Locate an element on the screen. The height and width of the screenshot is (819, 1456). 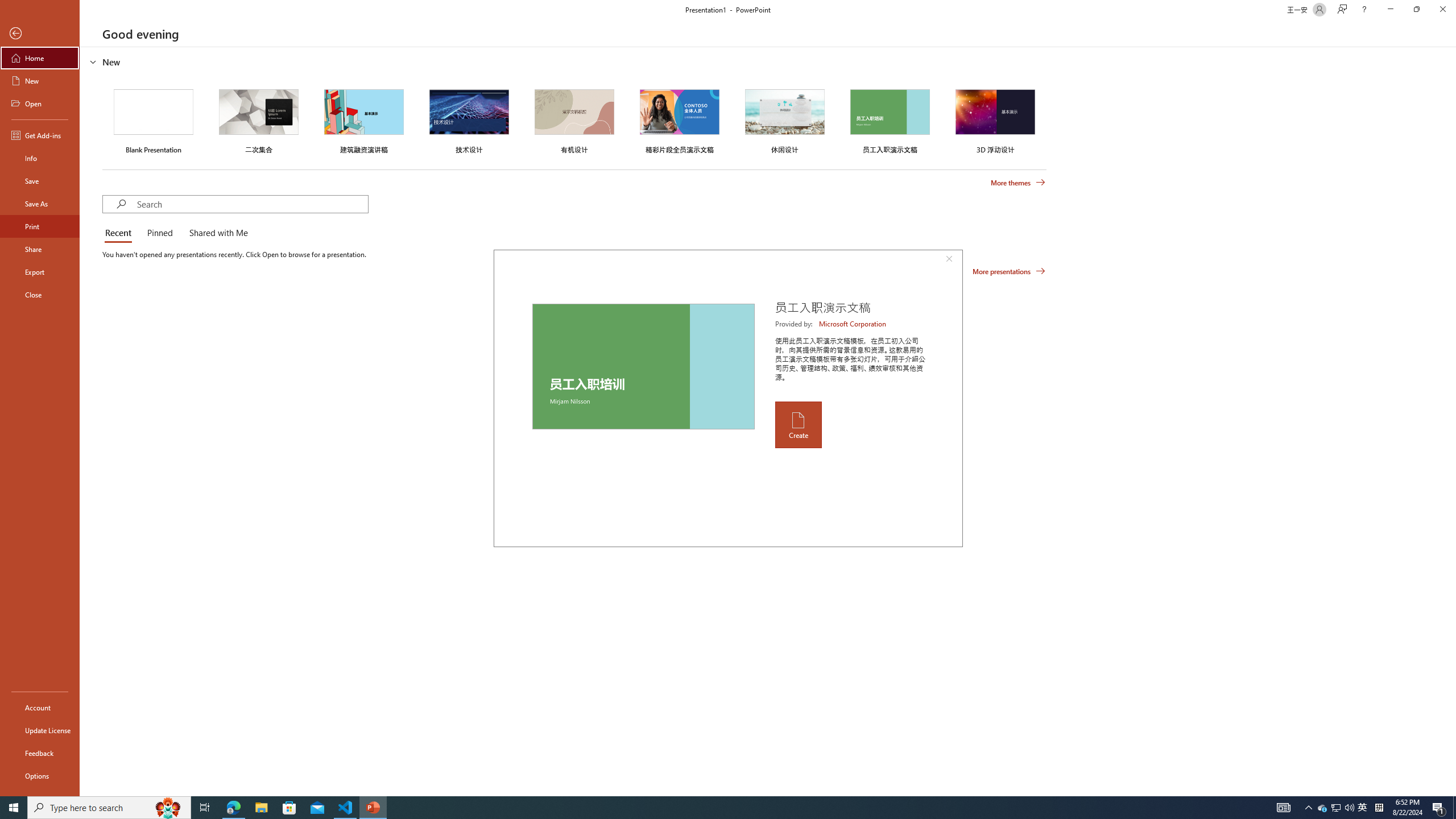
'Create' is located at coordinates (797, 424).